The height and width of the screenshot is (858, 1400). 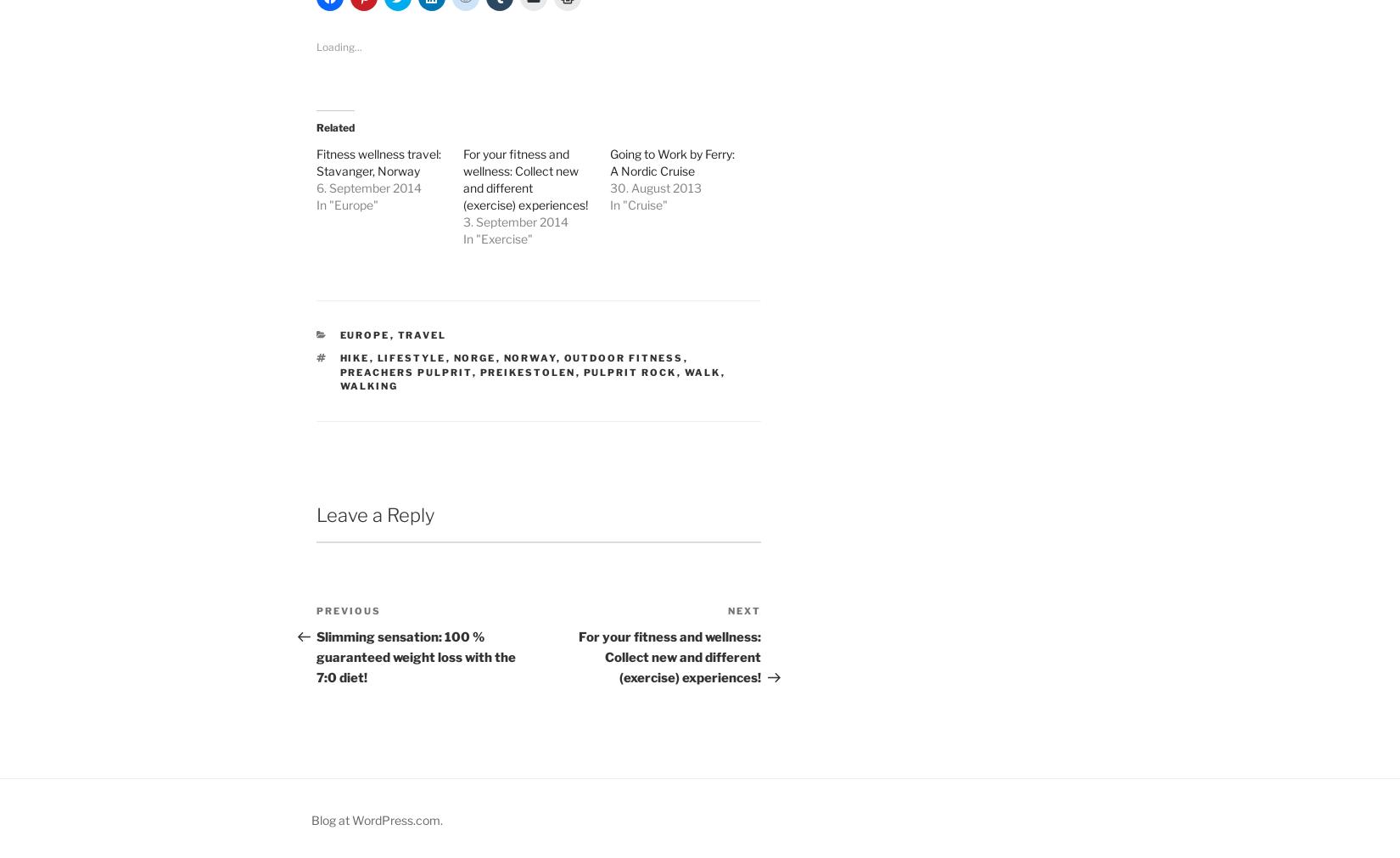 I want to click on 'Norway', so click(x=529, y=356).